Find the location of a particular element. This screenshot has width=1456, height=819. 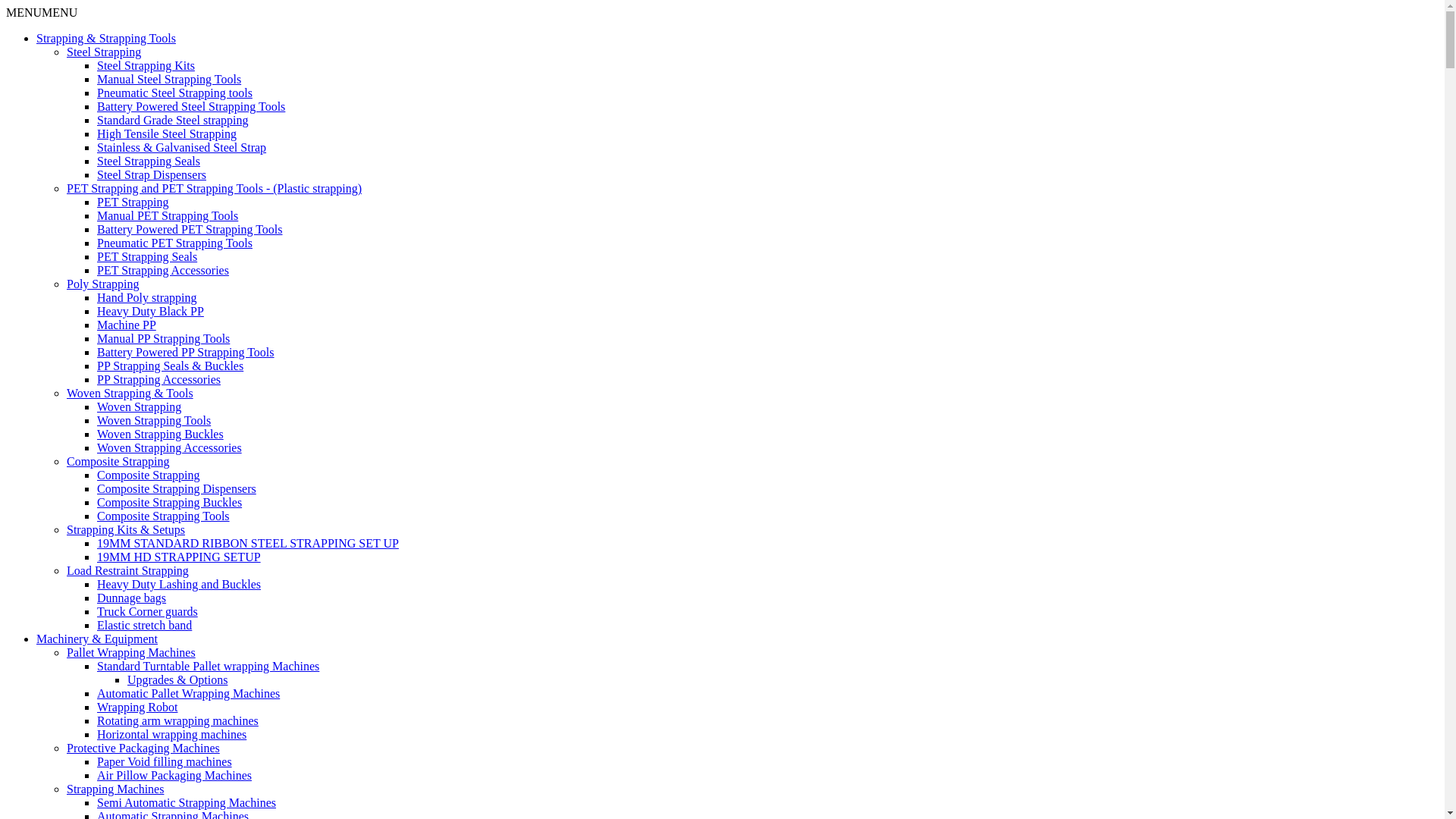

'Machine PP' is located at coordinates (127, 324).